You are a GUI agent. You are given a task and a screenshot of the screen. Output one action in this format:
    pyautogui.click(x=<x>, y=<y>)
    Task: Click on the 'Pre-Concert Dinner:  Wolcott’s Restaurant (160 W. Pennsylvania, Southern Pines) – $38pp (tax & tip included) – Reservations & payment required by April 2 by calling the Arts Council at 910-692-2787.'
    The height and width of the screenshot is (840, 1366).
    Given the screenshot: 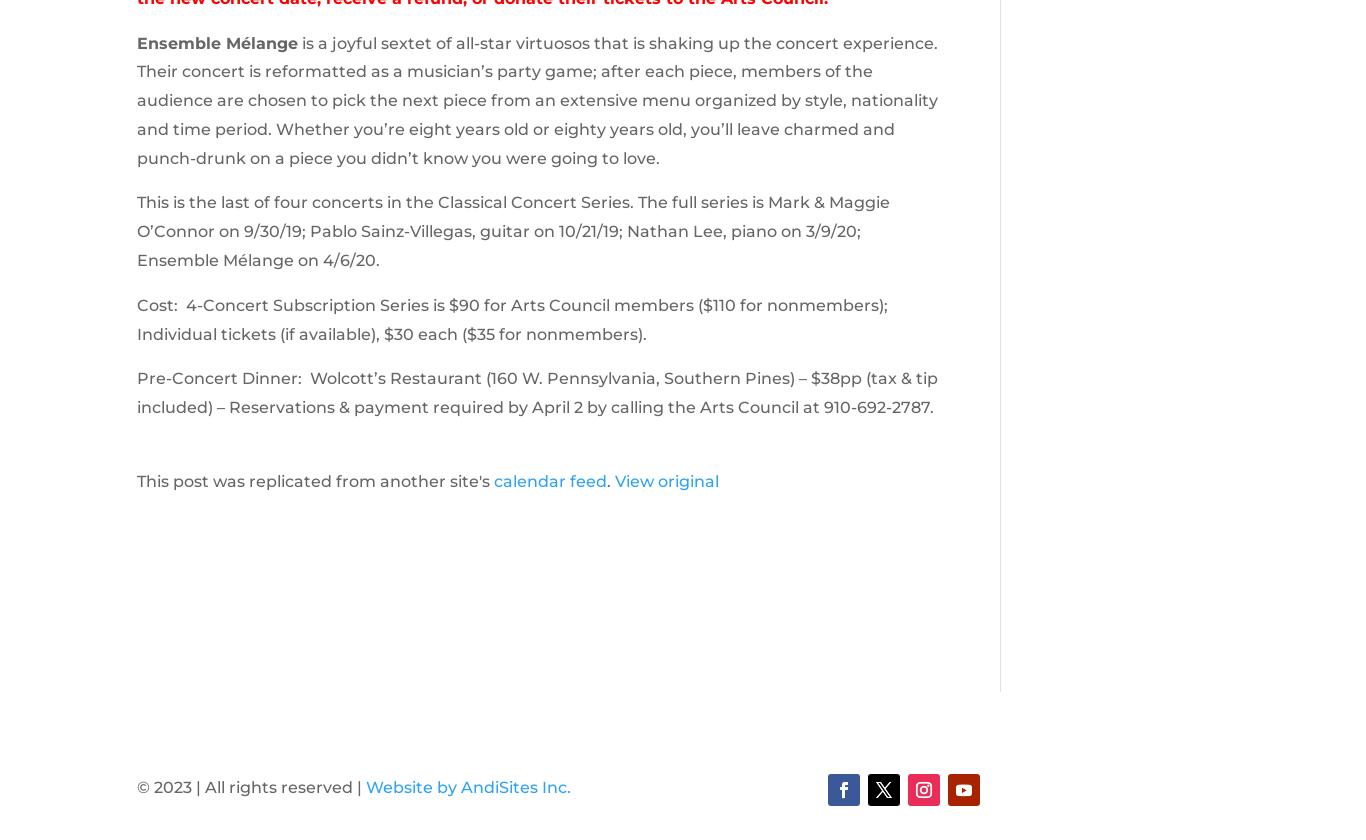 What is the action you would take?
    pyautogui.click(x=536, y=393)
    